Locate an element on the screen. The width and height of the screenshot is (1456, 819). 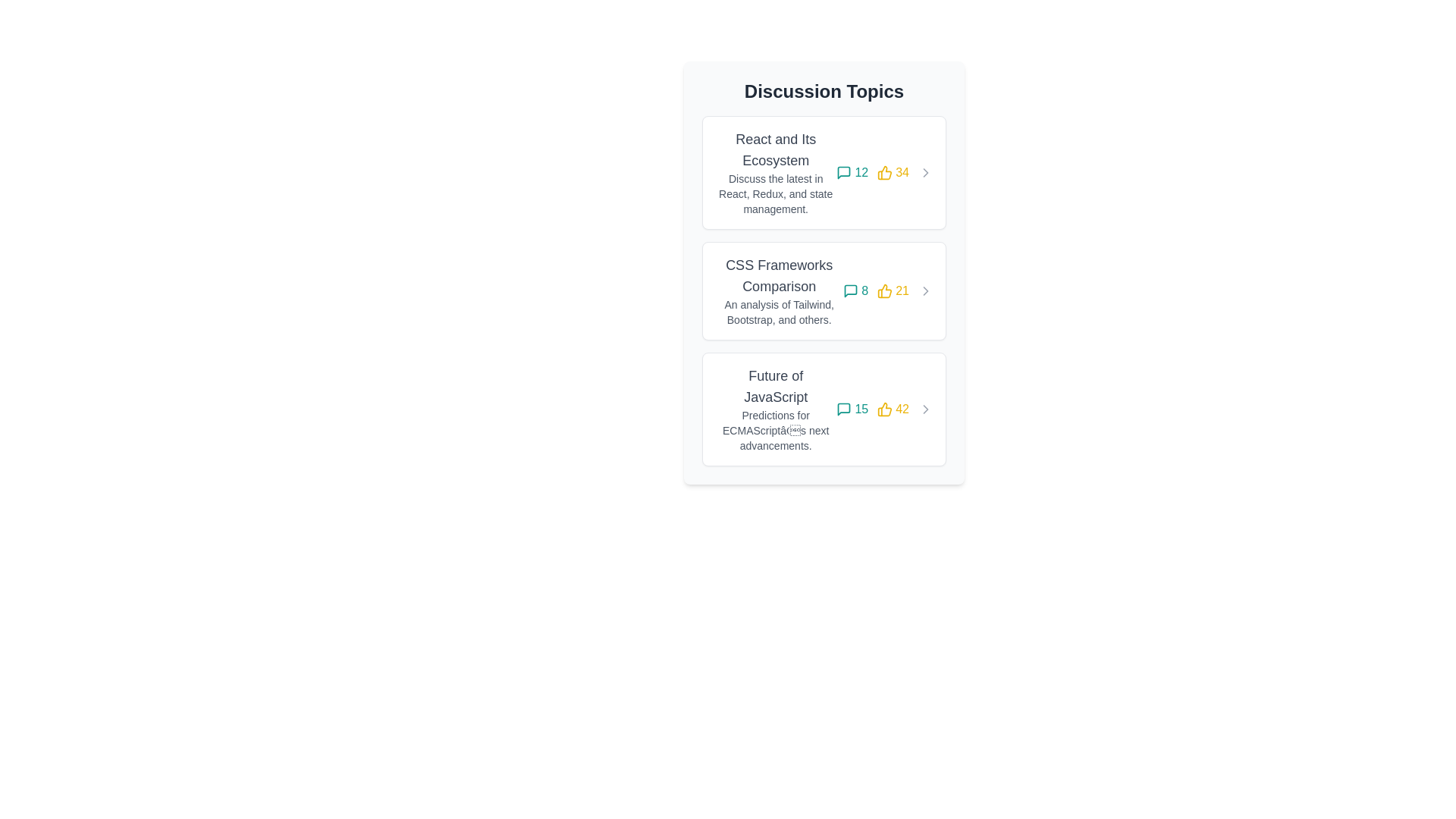
text in the Text Block titled 'CSS Frameworks Comparison', which contains an analysis of Tailwind, Bootstrap, and others is located at coordinates (779, 291).